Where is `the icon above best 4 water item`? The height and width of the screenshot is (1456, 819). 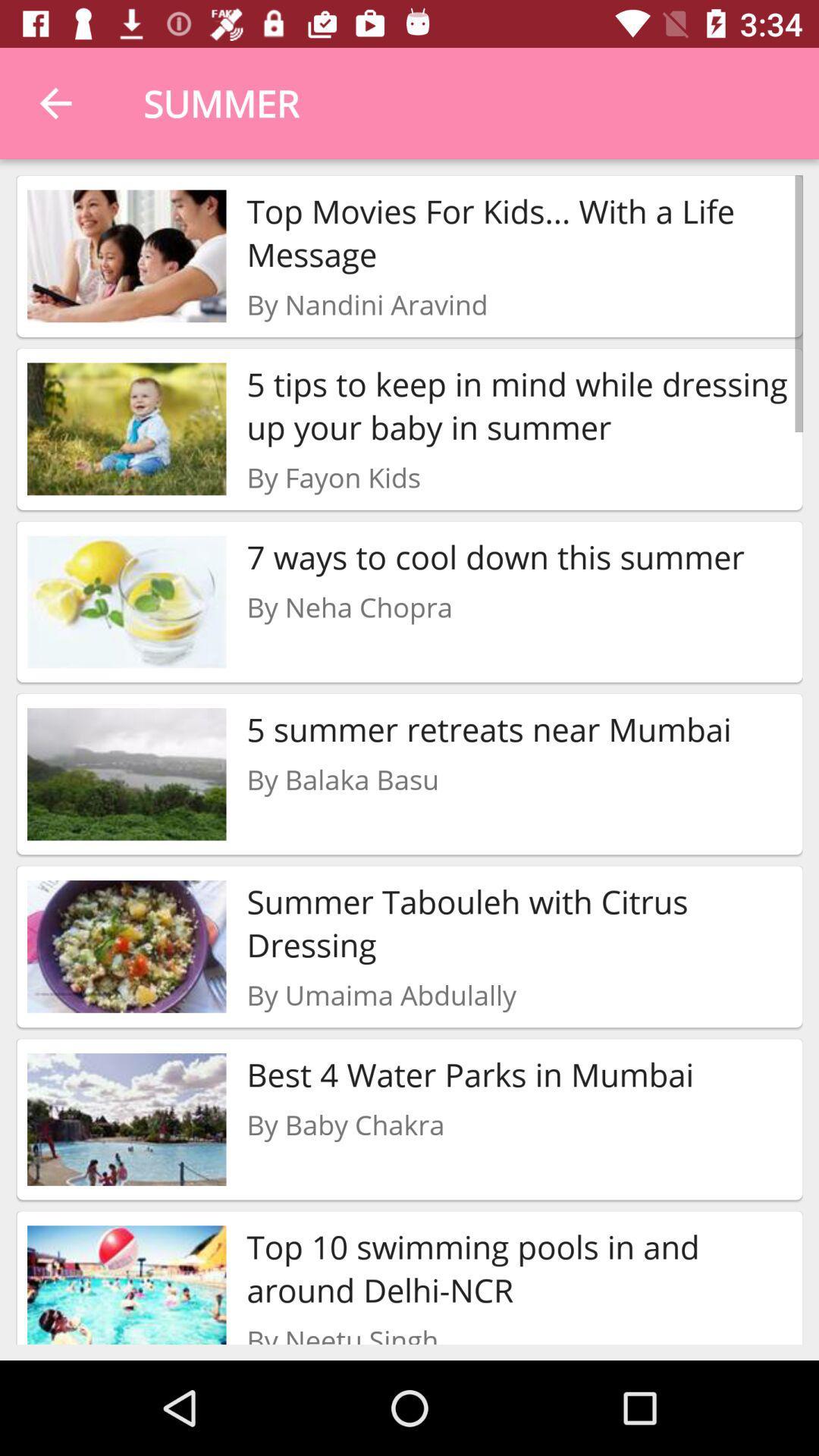
the icon above best 4 water item is located at coordinates (381, 995).